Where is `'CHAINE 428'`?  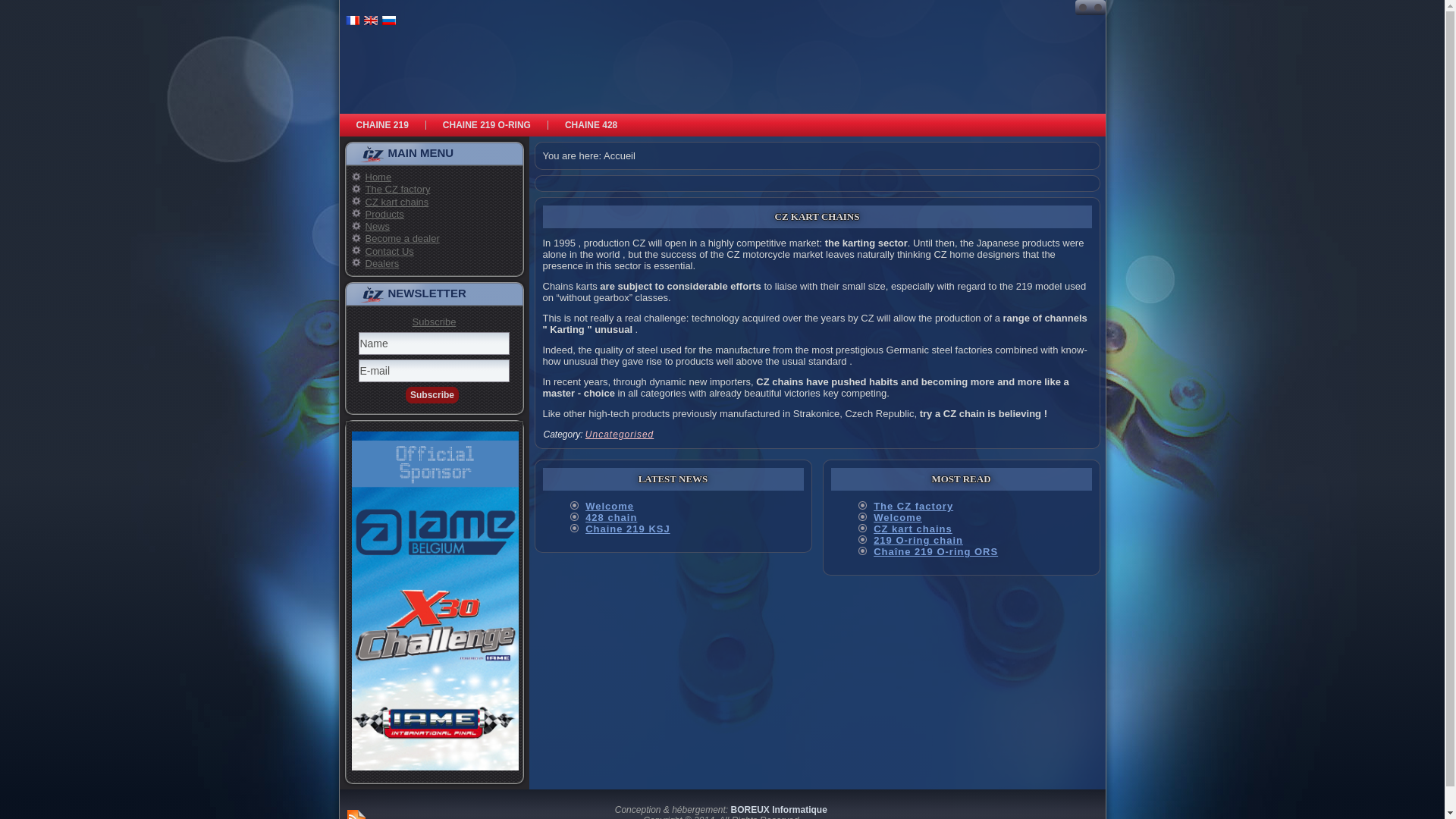 'CHAINE 428' is located at coordinates (590, 124).